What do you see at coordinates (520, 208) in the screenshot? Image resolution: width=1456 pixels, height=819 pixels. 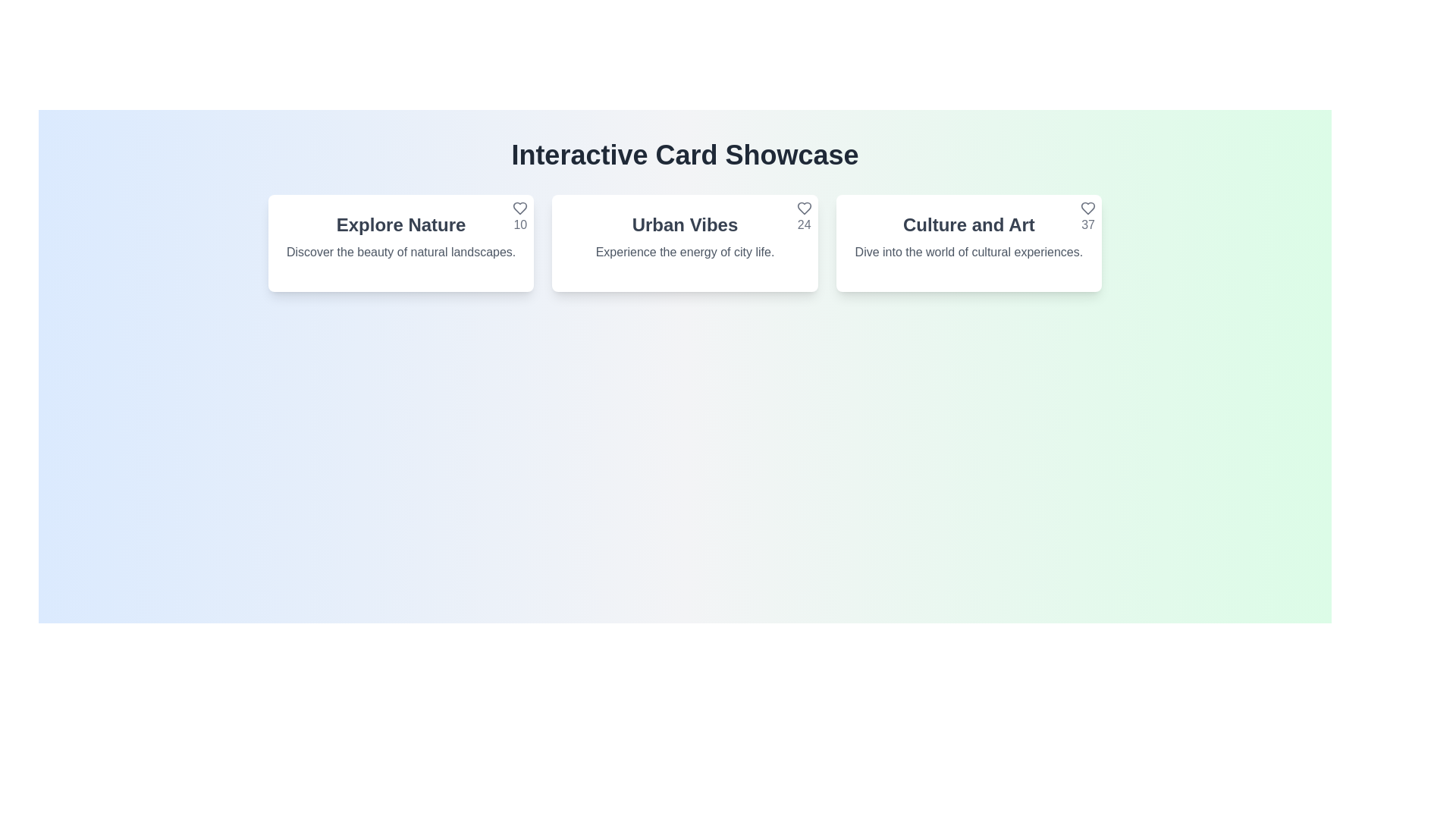 I see `the heart icon in the top-right corner of the 'Explore Nature' card` at bounding box center [520, 208].